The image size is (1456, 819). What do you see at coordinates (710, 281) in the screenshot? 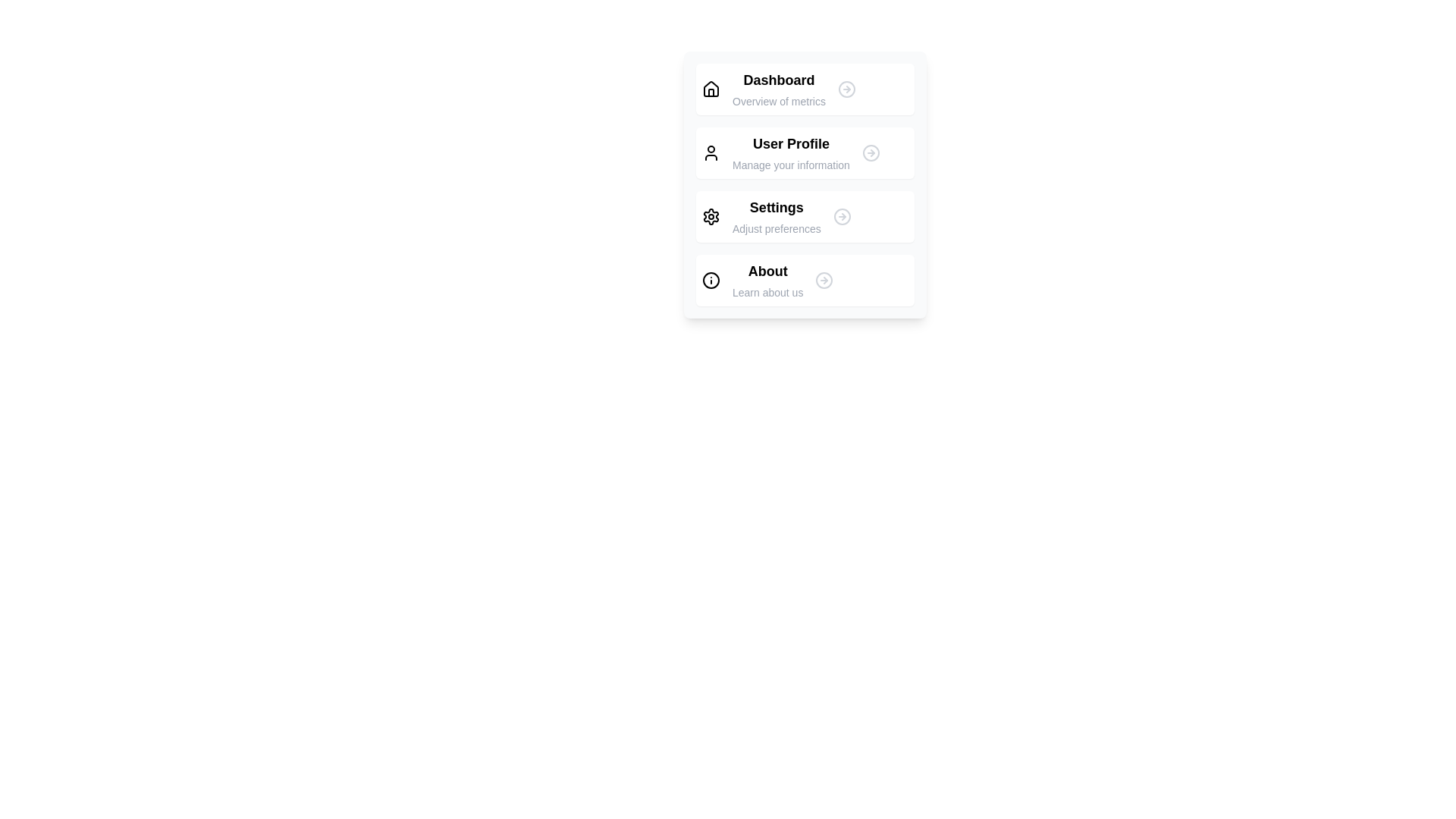
I see `the SVG circle graphic that visually represents the main circular outline of the informational icon located to the left of the 'About' button in the bottom section of the vertical menu` at bounding box center [710, 281].